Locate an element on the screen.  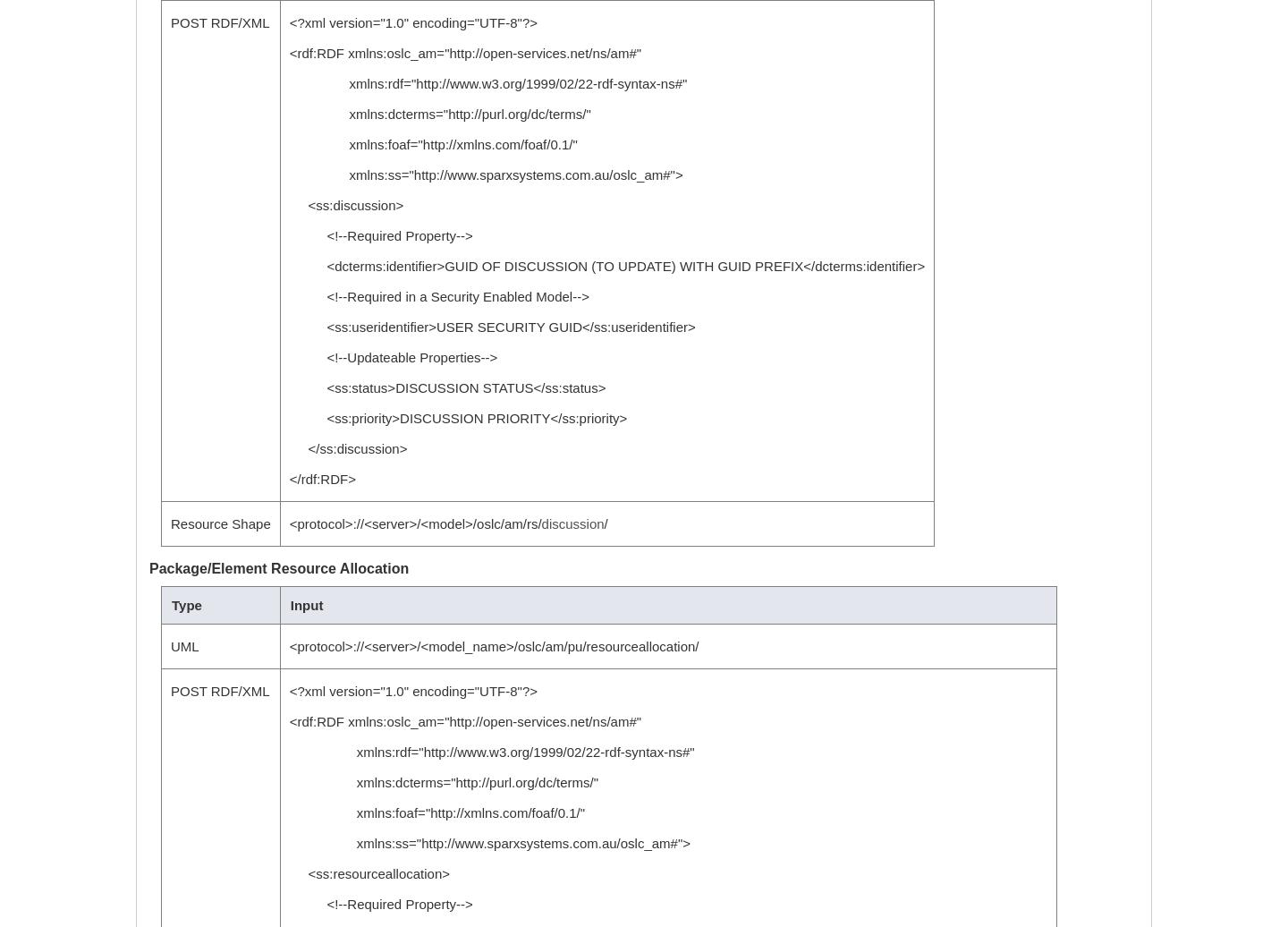
'discussion' is located at coordinates (571, 523).